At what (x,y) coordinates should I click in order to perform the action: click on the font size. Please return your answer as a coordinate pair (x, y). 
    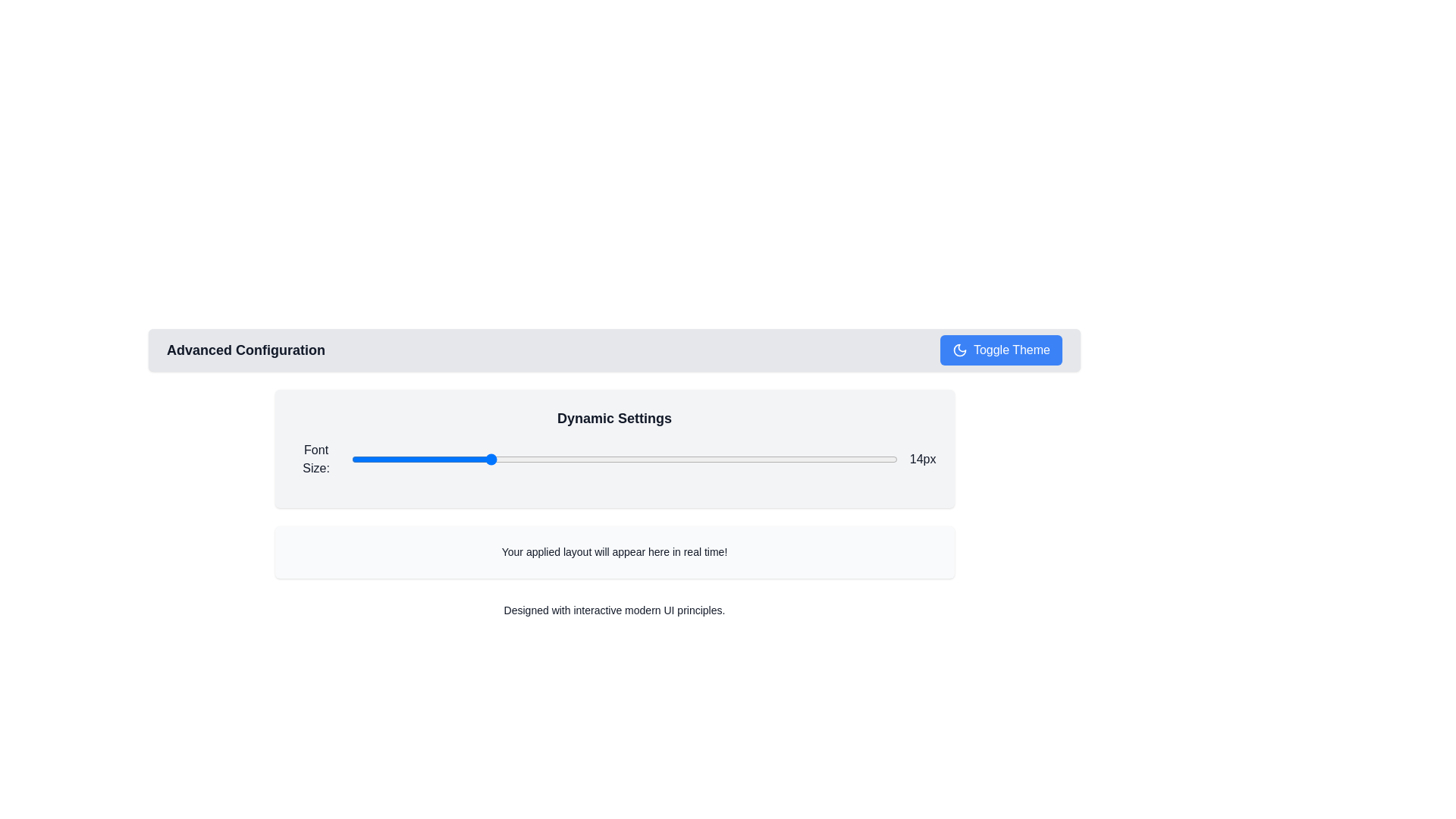
    Looking at the image, I should click on (828, 458).